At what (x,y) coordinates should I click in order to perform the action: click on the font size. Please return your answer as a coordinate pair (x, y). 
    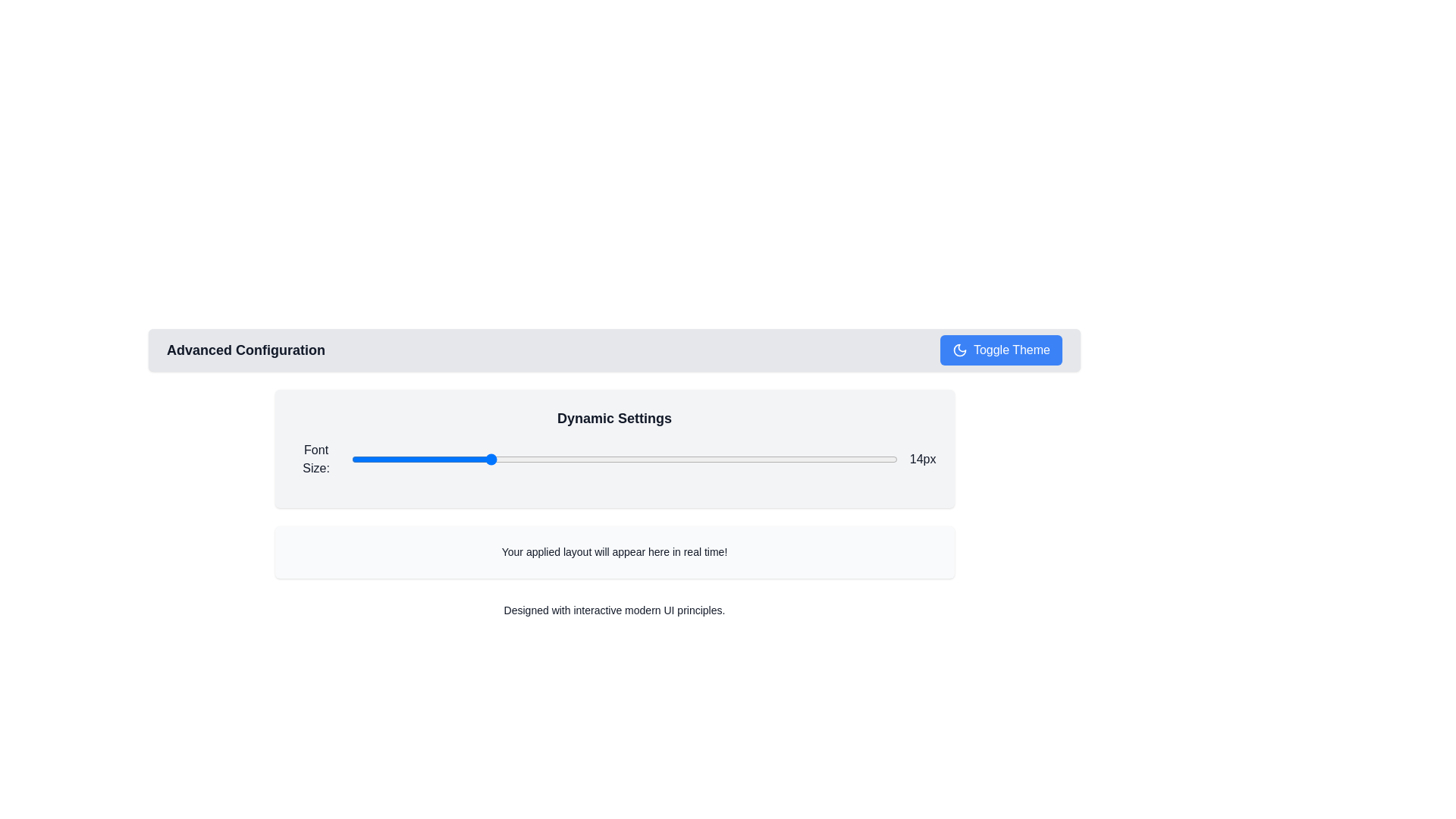
    Looking at the image, I should click on (828, 458).